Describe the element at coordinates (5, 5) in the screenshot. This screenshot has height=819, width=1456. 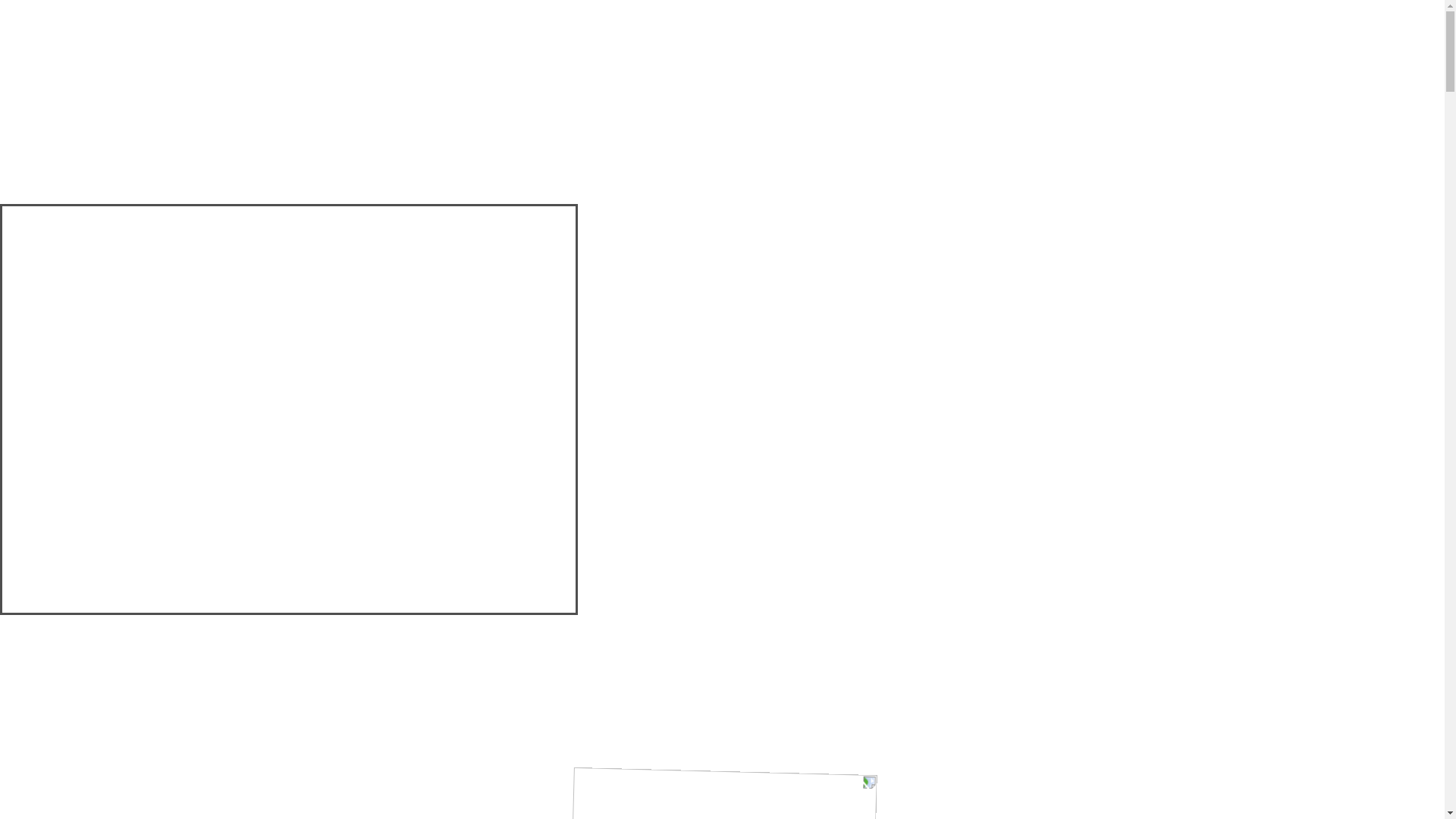
I see `'Skip to main content'` at that location.